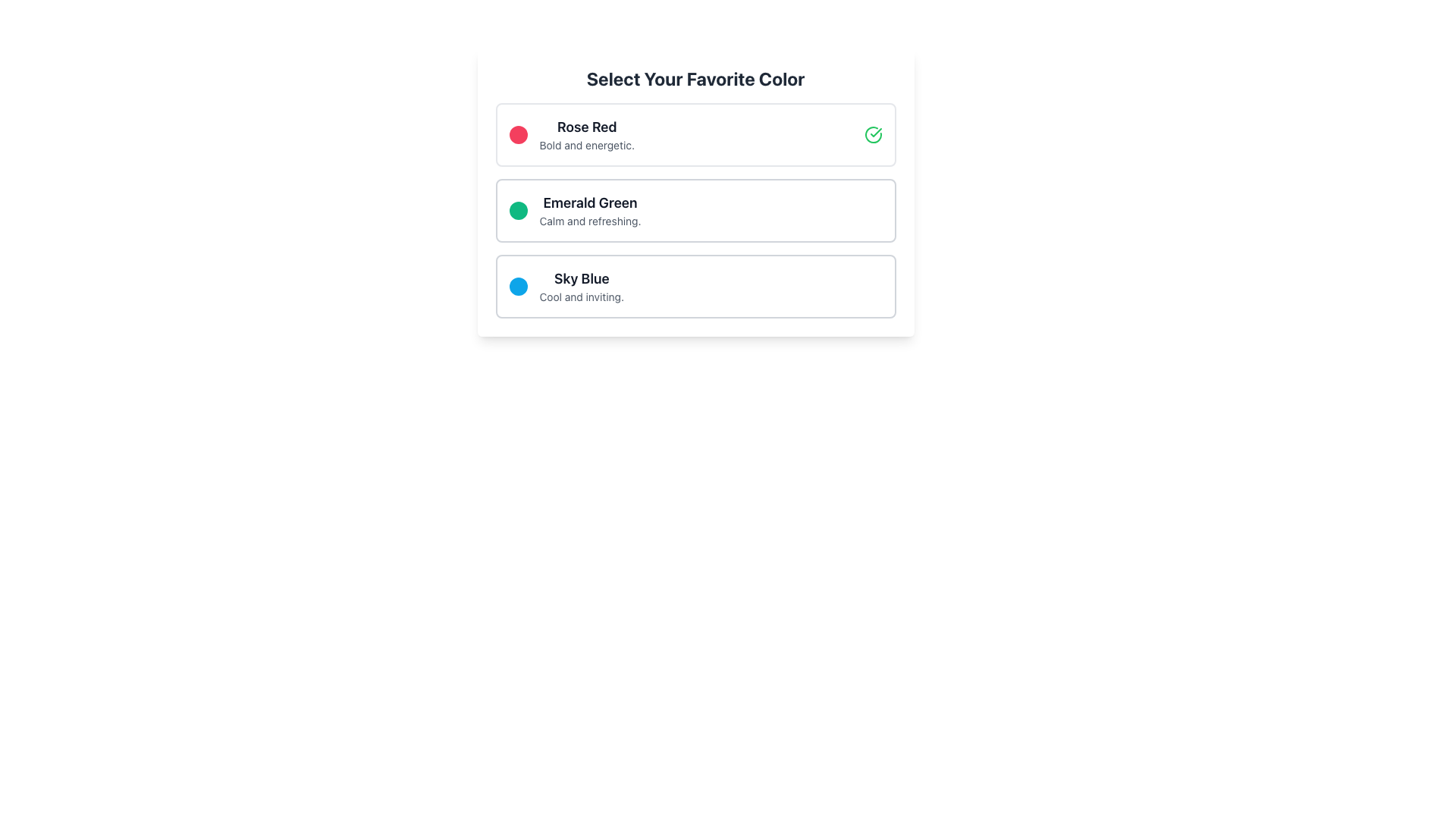 The image size is (1456, 819). Describe the element at coordinates (581, 297) in the screenshot. I see `the Text Label that provides supplementary descriptive information for the choice labeled 'Sky Blue', located in the third item of the list` at that location.